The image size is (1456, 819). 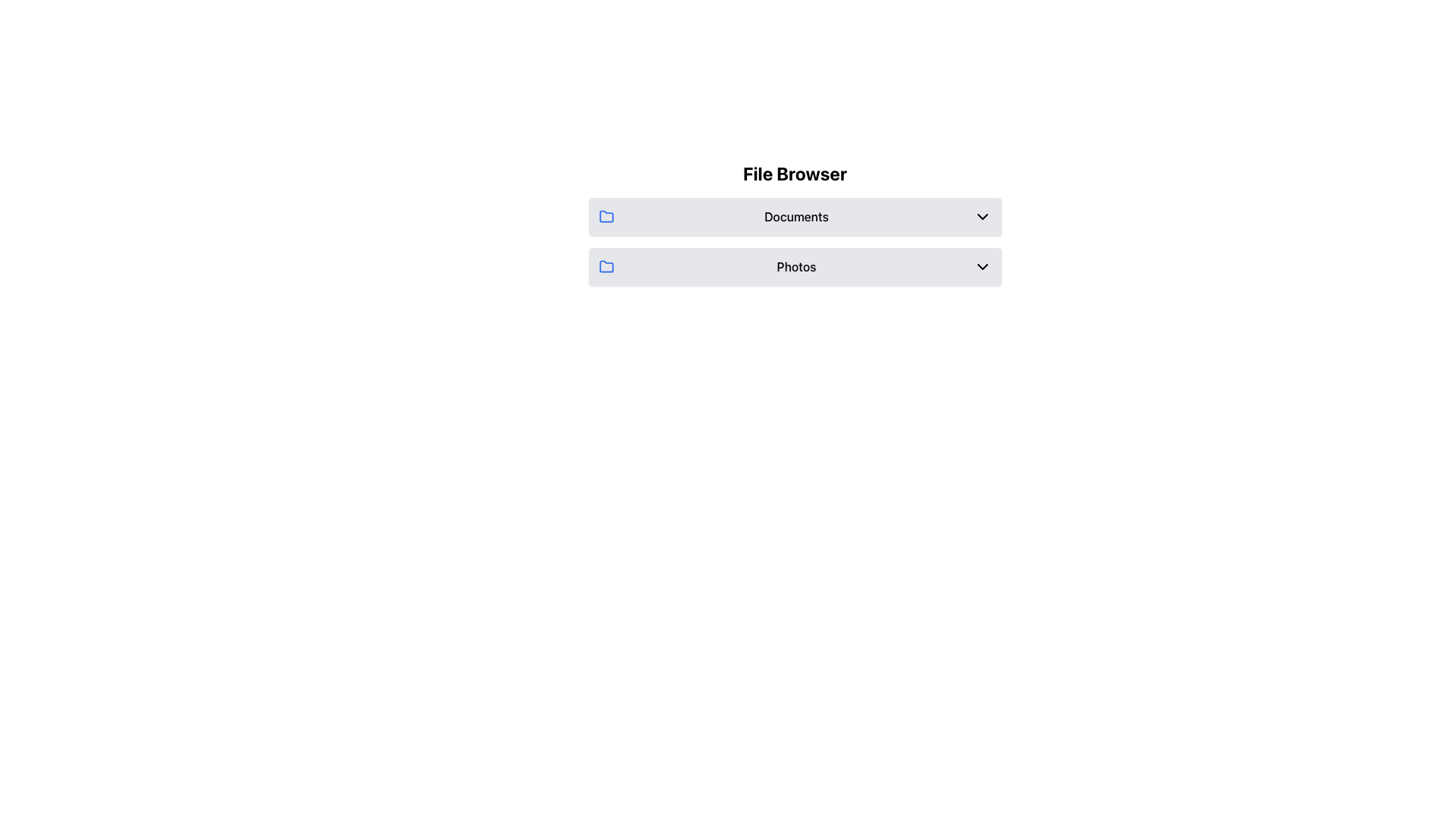 I want to click on the first item in the vertical list under the 'File Browser' heading, so click(x=794, y=216).